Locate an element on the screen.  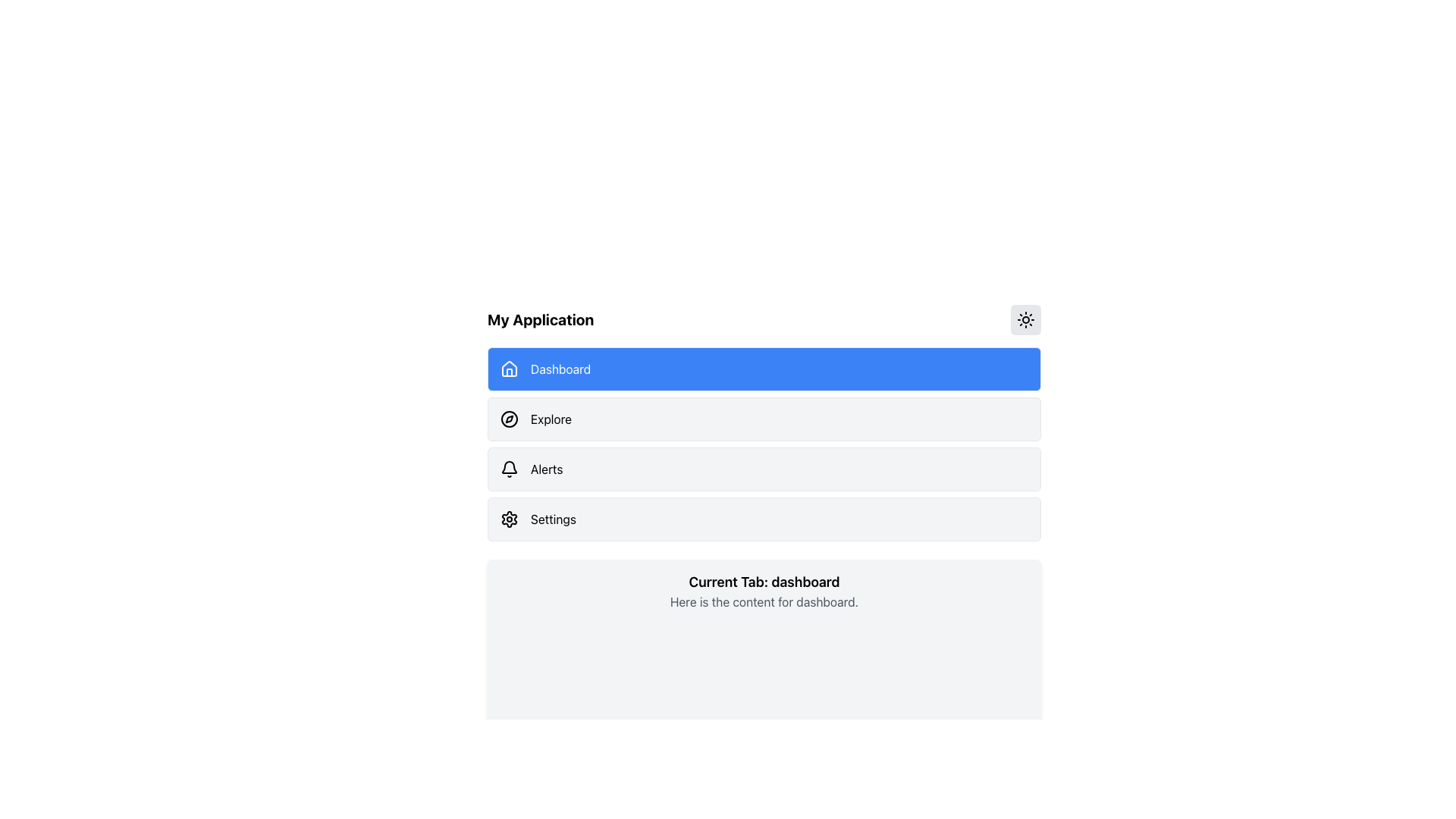
the toggle button located at the top-right corner of the application interface is located at coordinates (1026, 318).